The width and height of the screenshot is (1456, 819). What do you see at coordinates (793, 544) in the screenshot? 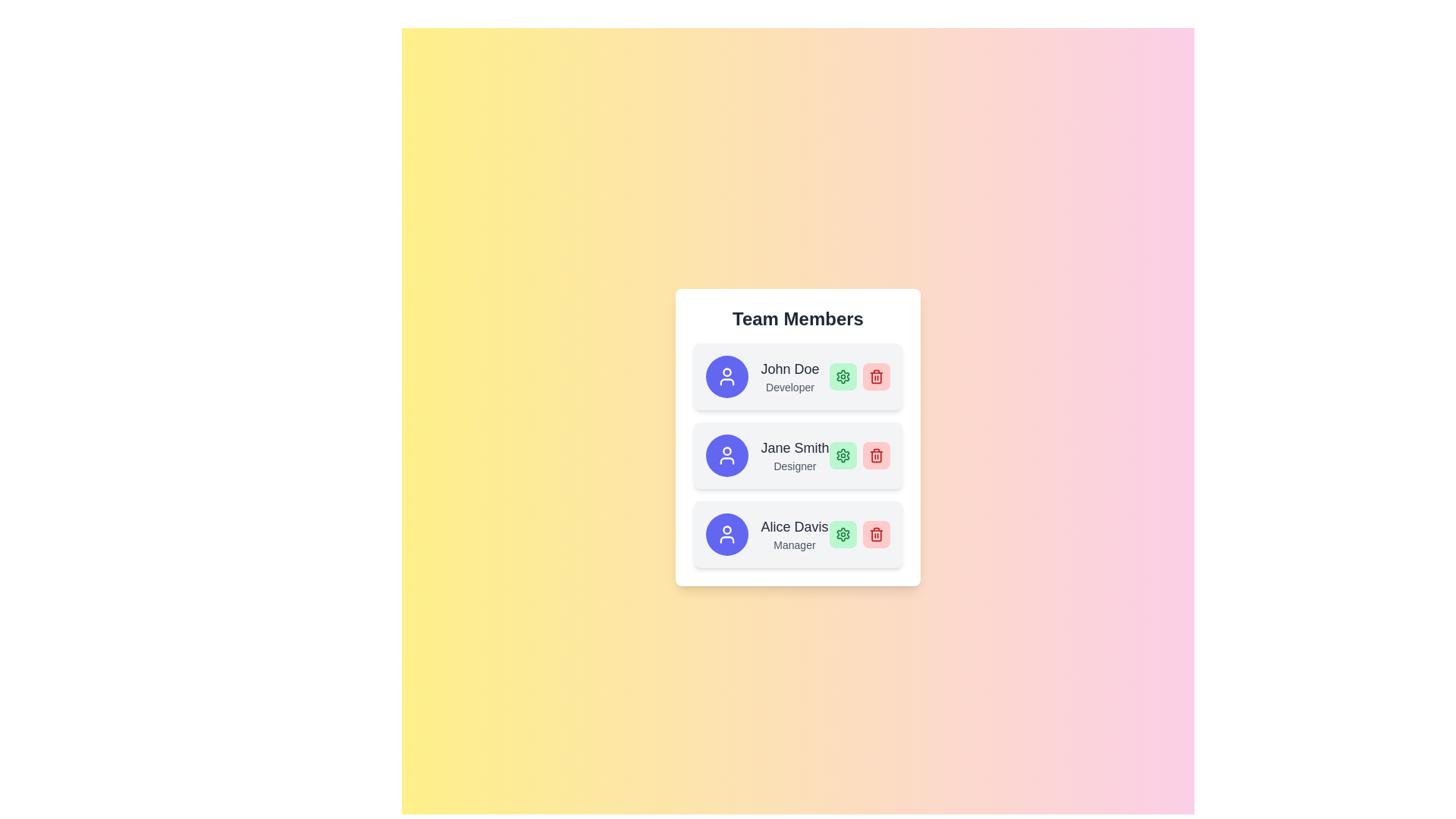
I see `text label indicating the role of 'Alice Davis' in the team, positioned directly below her name in the user information card` at bounding box center [793, 544].